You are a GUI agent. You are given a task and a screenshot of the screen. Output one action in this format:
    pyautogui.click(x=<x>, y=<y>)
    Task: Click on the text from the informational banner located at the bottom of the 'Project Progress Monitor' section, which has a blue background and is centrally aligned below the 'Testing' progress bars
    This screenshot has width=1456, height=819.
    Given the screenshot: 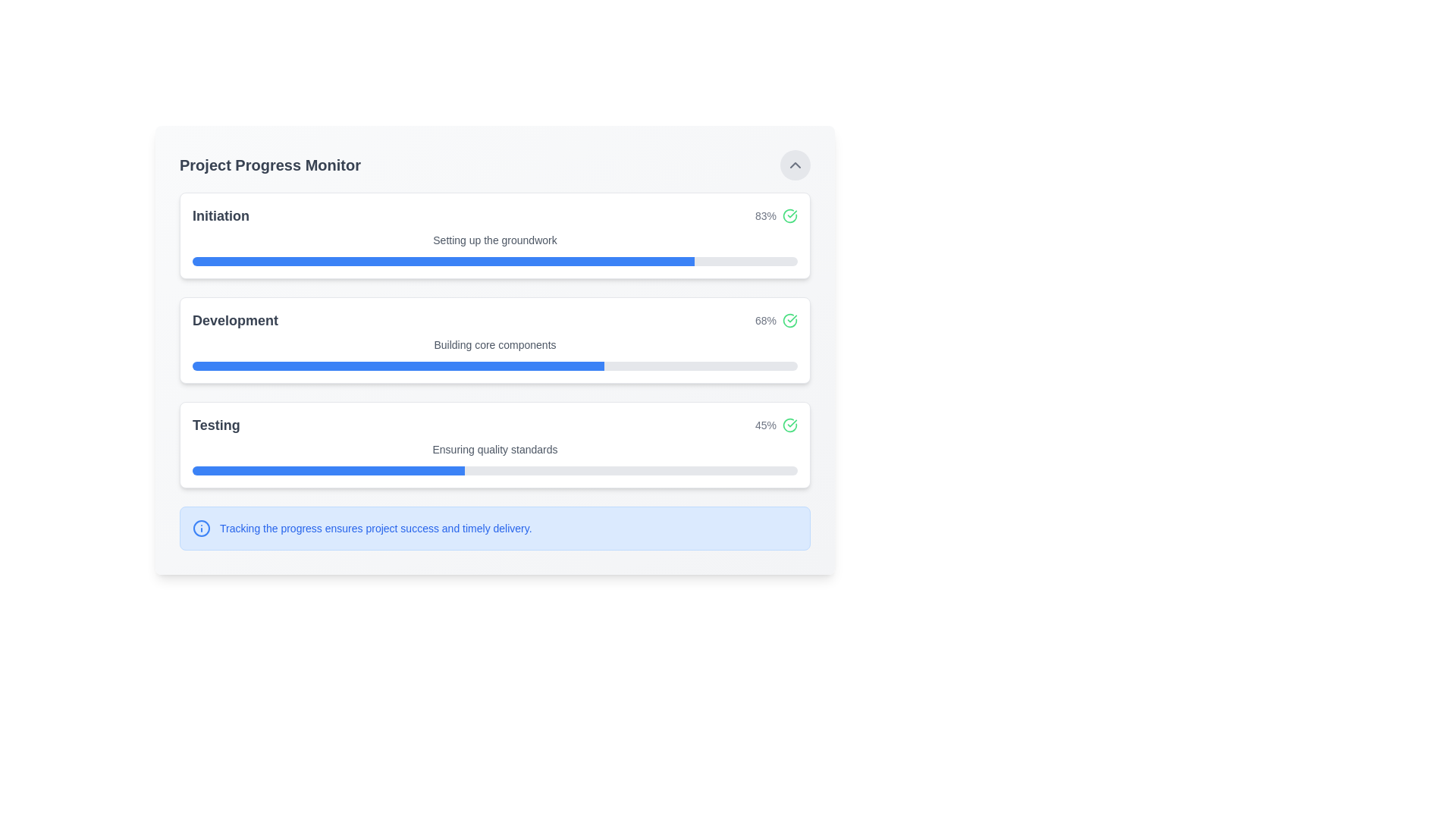 What is the action you would take?
    pyautogui.click(x=494, y=528)
    